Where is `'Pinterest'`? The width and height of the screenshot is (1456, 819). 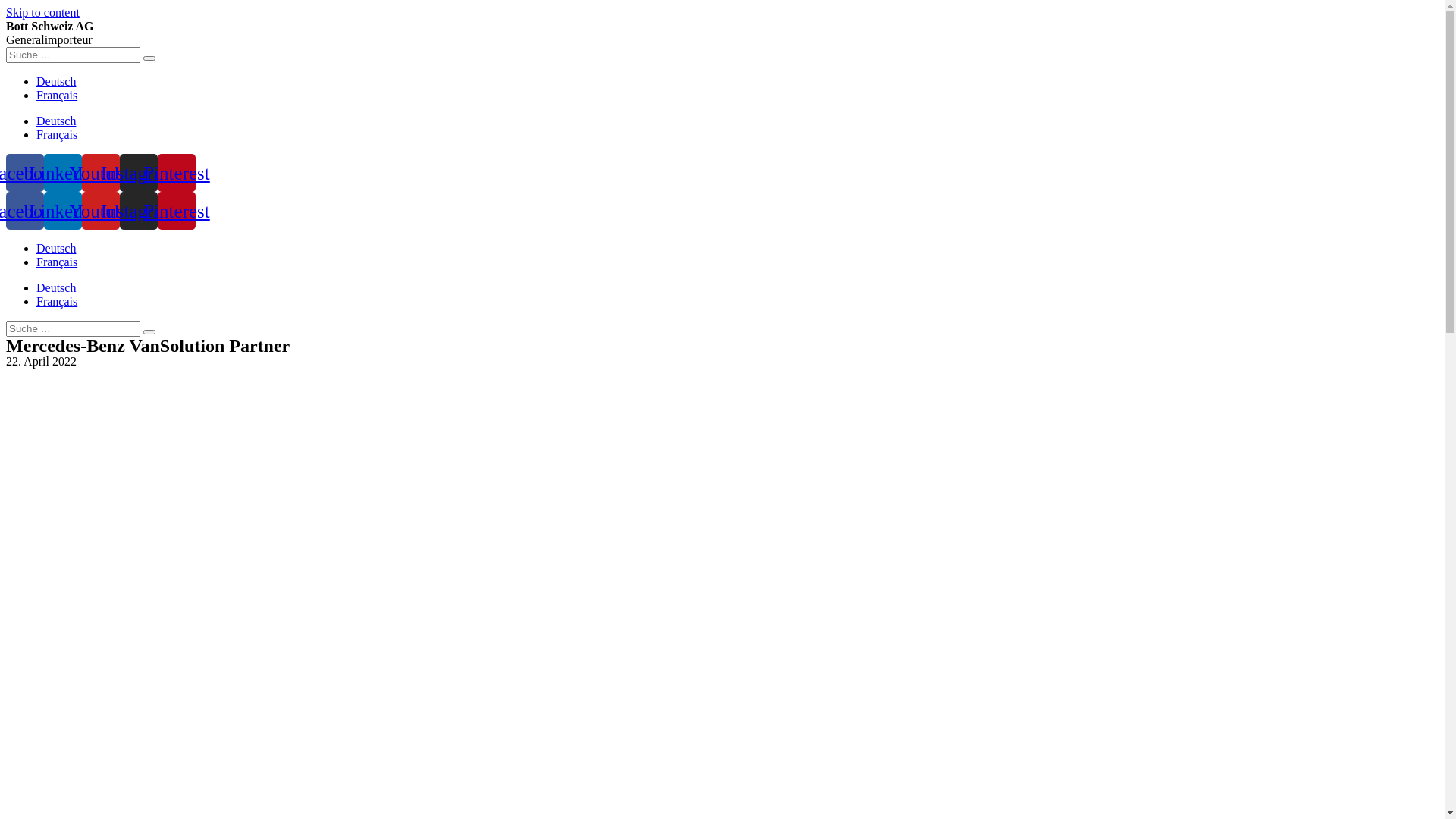 'Pinterest' is located at coordinates (157, 171).